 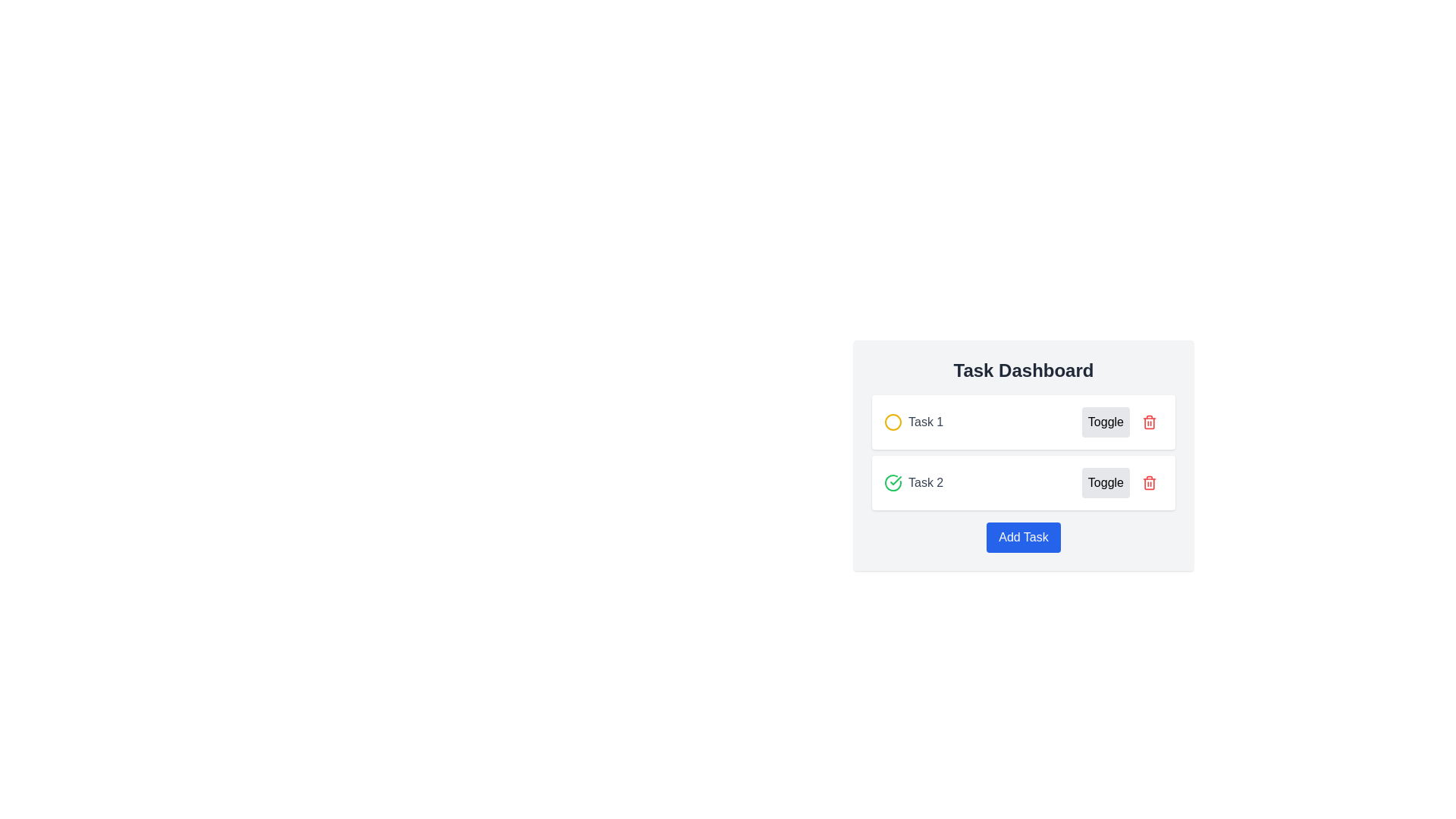 I want to click on the status of the Status Icon, which is a green circular icon with a checkmark inside, indicating a completed task for 'Task 2', so click(x=893, y=482).